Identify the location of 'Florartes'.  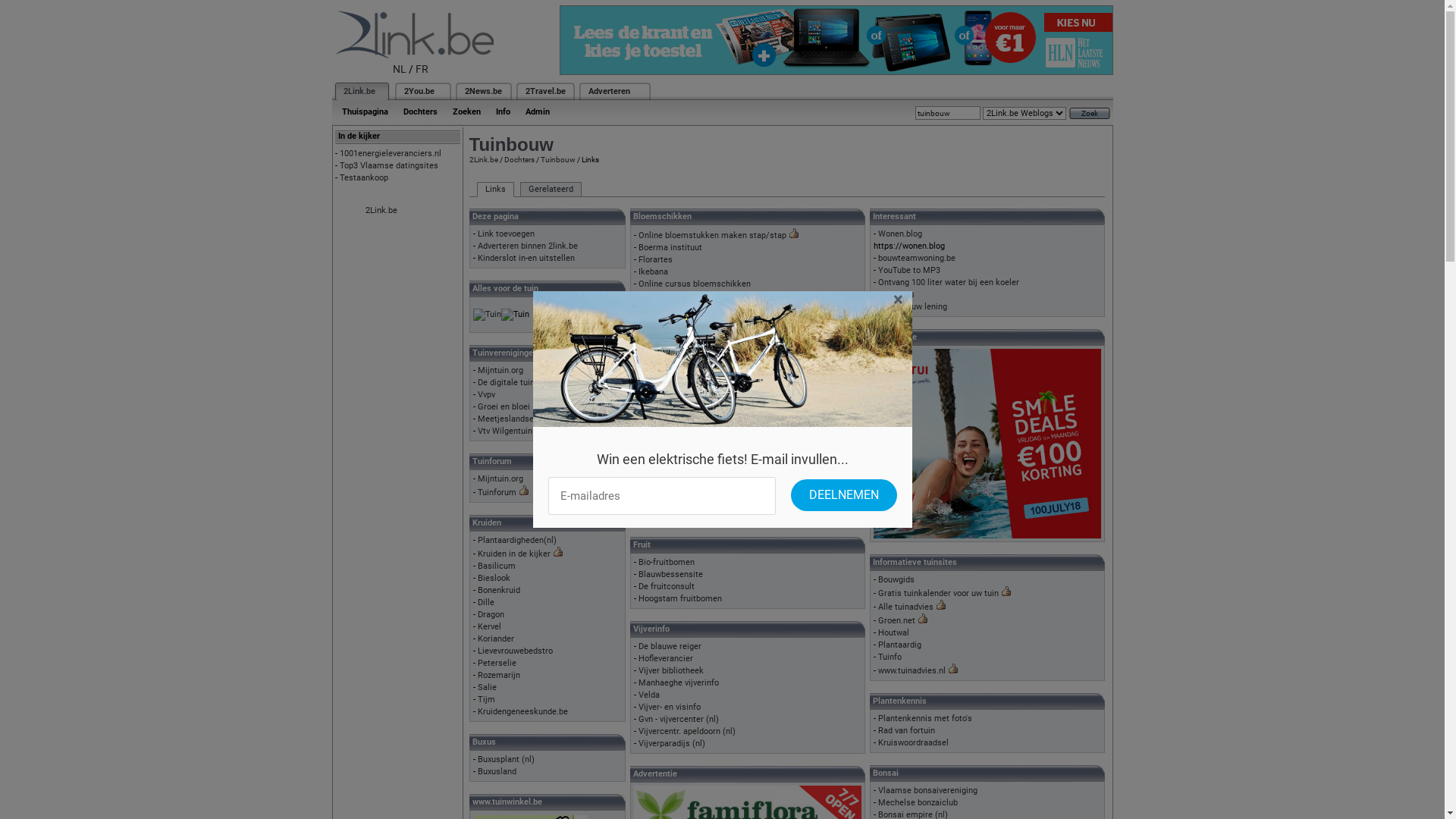
(655, 259).